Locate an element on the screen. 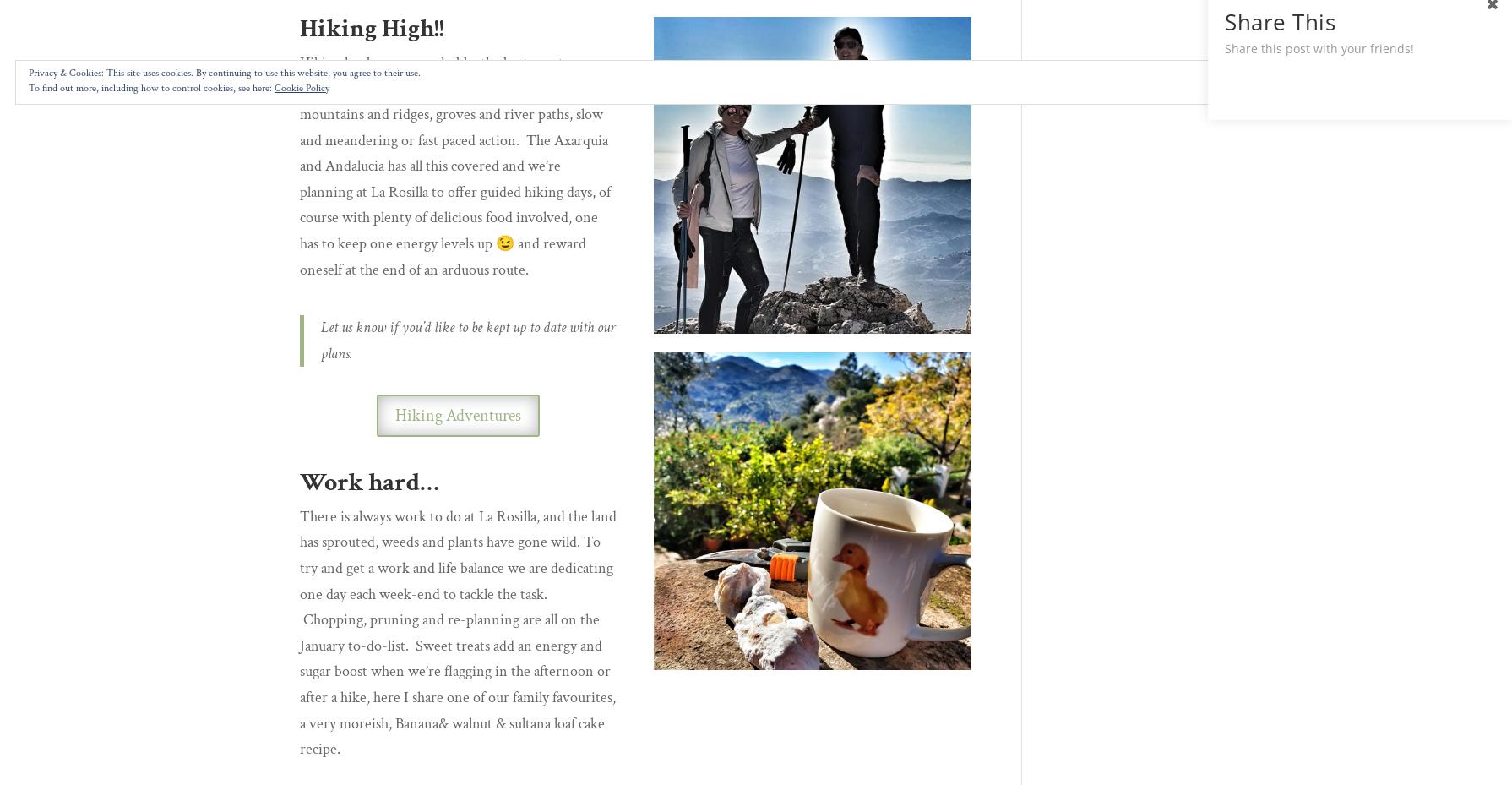 This screenshot has width=1512, height=785. 'Hiking has become our hobby the best way to explore this outstanding area of natural beauty, high mountains and ridges, groves and river paths, slow and meandering or fast paced action.  The Axarquia and Andalucia has all this covered and we’re planning at La Rosilla to offer guided hiking days, of course with plenty of delicious food involved, one has to keep one energy levels up 😉 and reward oneself at the end of an arduous route.' is located at coordinates (299, 165).